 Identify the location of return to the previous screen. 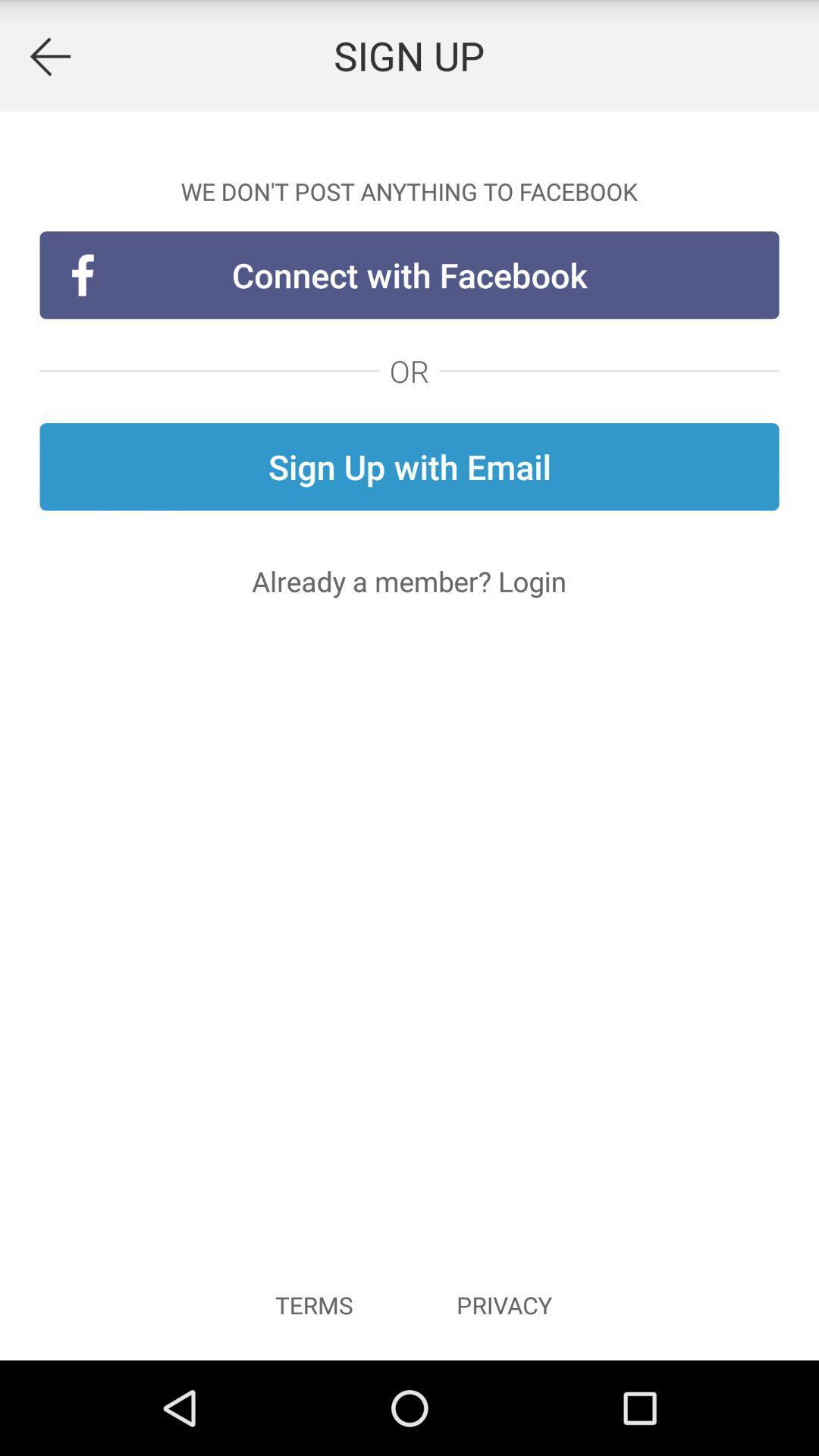
(49, 55).